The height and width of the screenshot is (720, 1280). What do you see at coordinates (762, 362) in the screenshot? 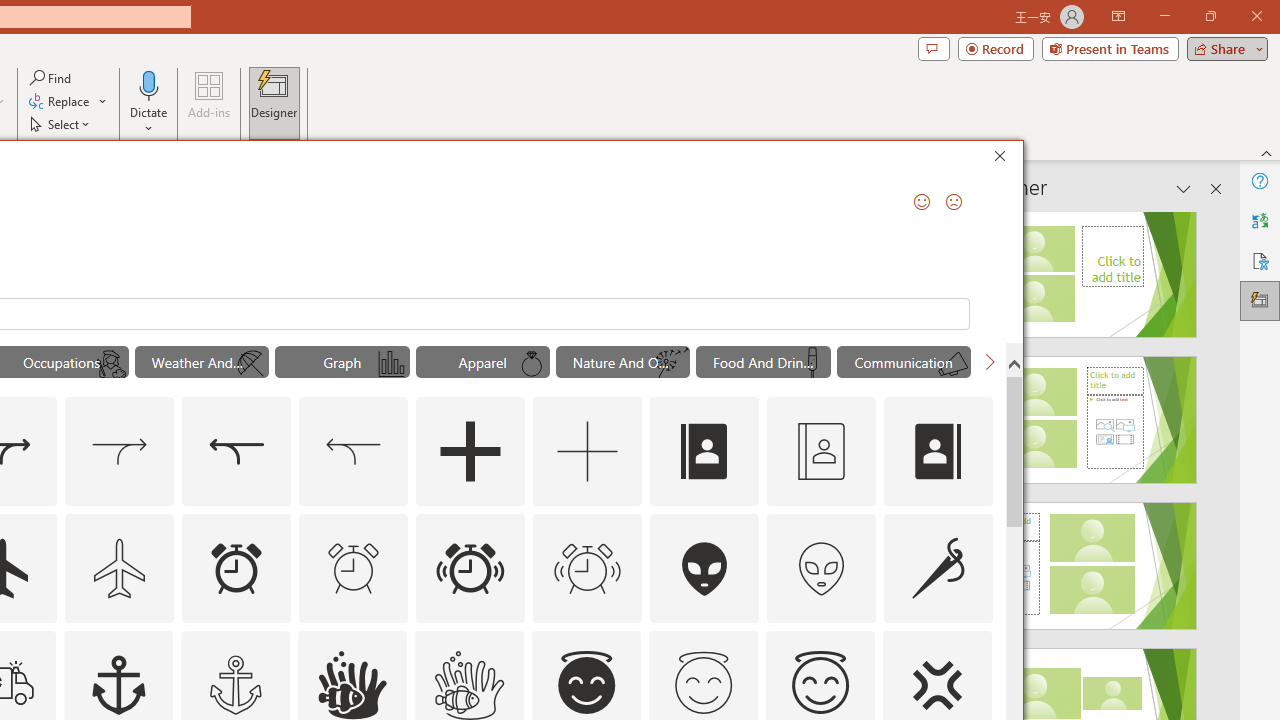
I see `'"Food And Drinks" Icons.'` at bounding box center [762, 362].